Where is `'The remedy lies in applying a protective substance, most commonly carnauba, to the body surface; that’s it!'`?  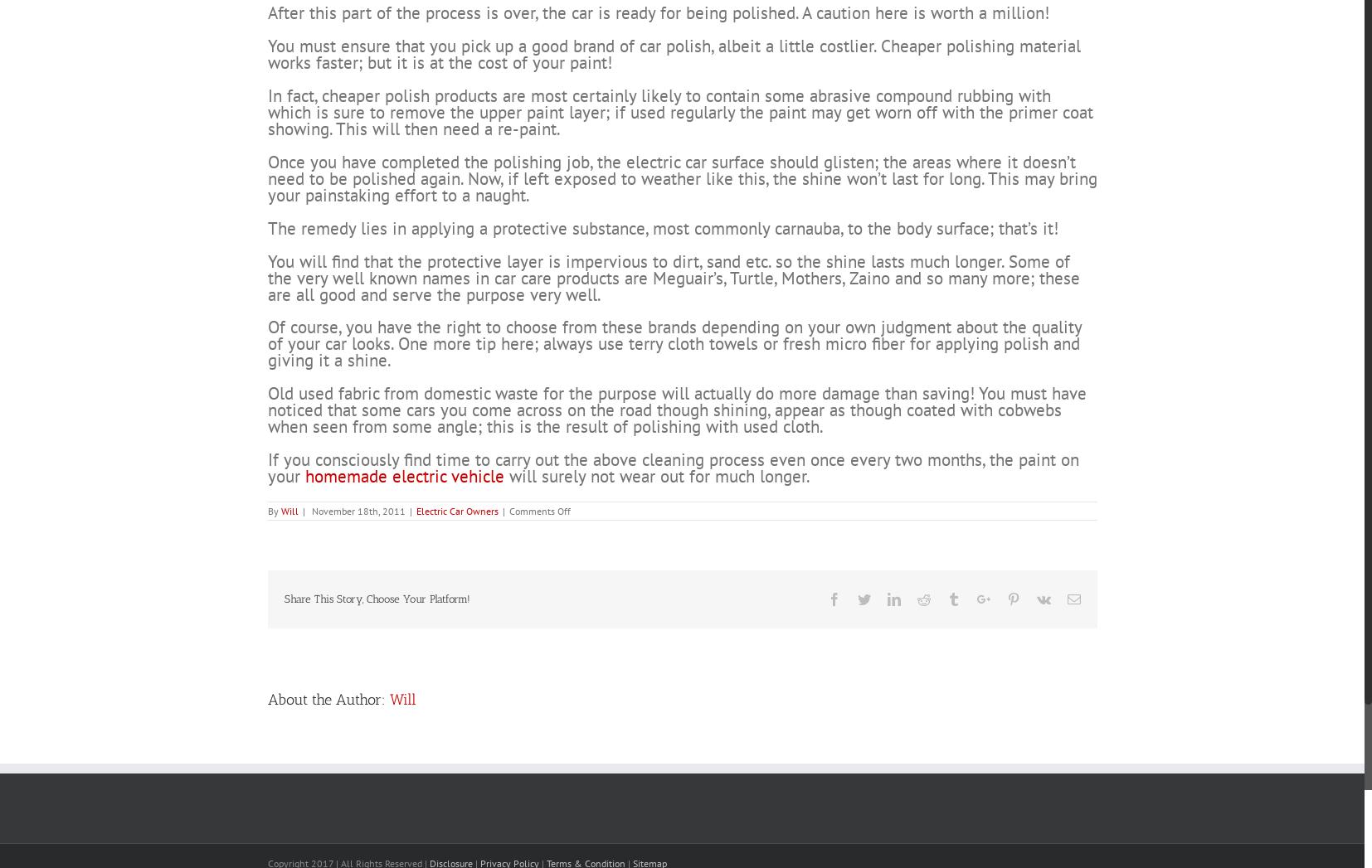
'The remedy lies in applying a protective substance, most commonly carnauba, to the body surface; that’s it!' is located at coordinates (662, 289).